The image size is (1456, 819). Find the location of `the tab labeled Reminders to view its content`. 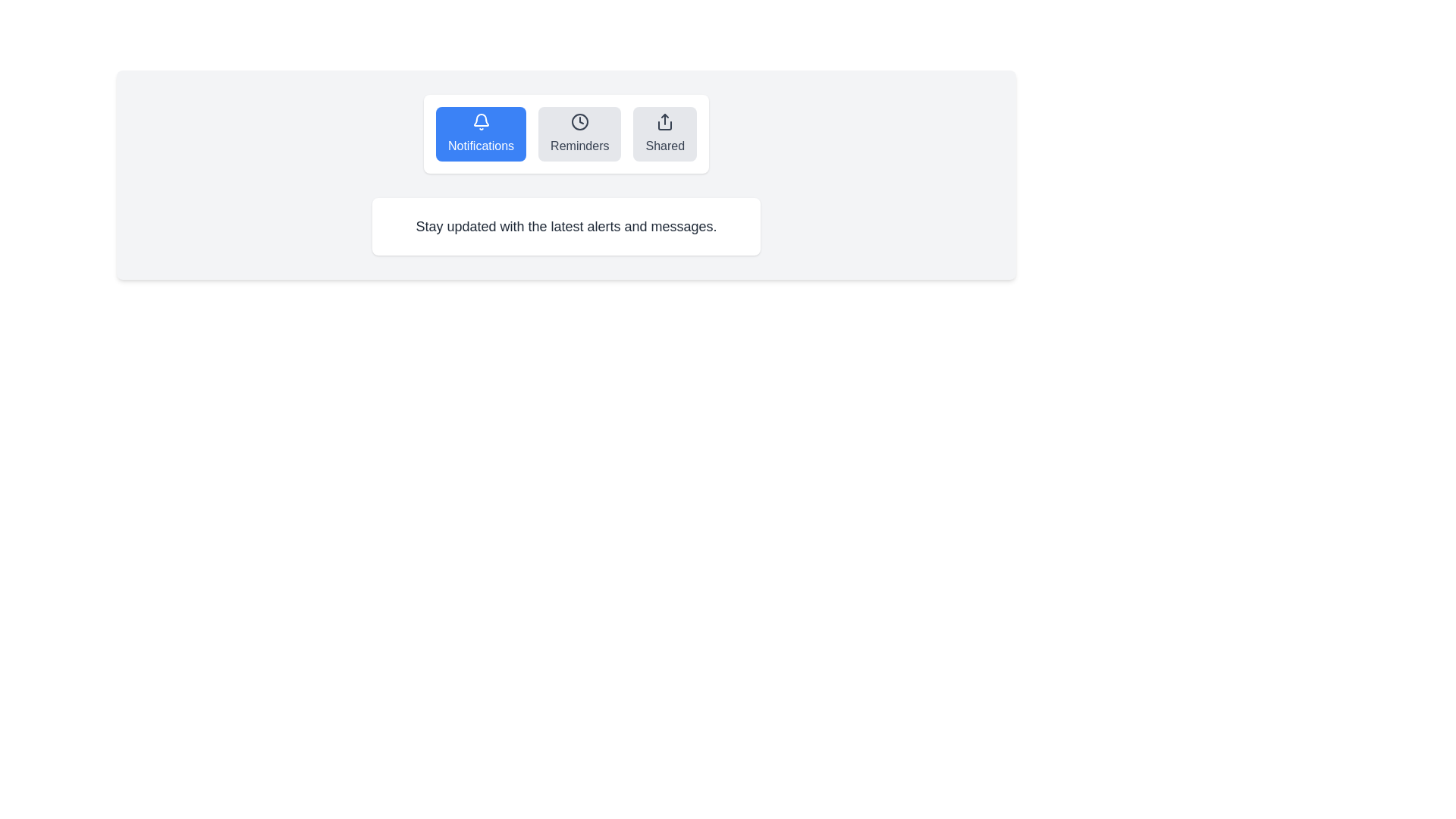

the tab labeled Reminders to view its content is located at coordinates (579, 133).